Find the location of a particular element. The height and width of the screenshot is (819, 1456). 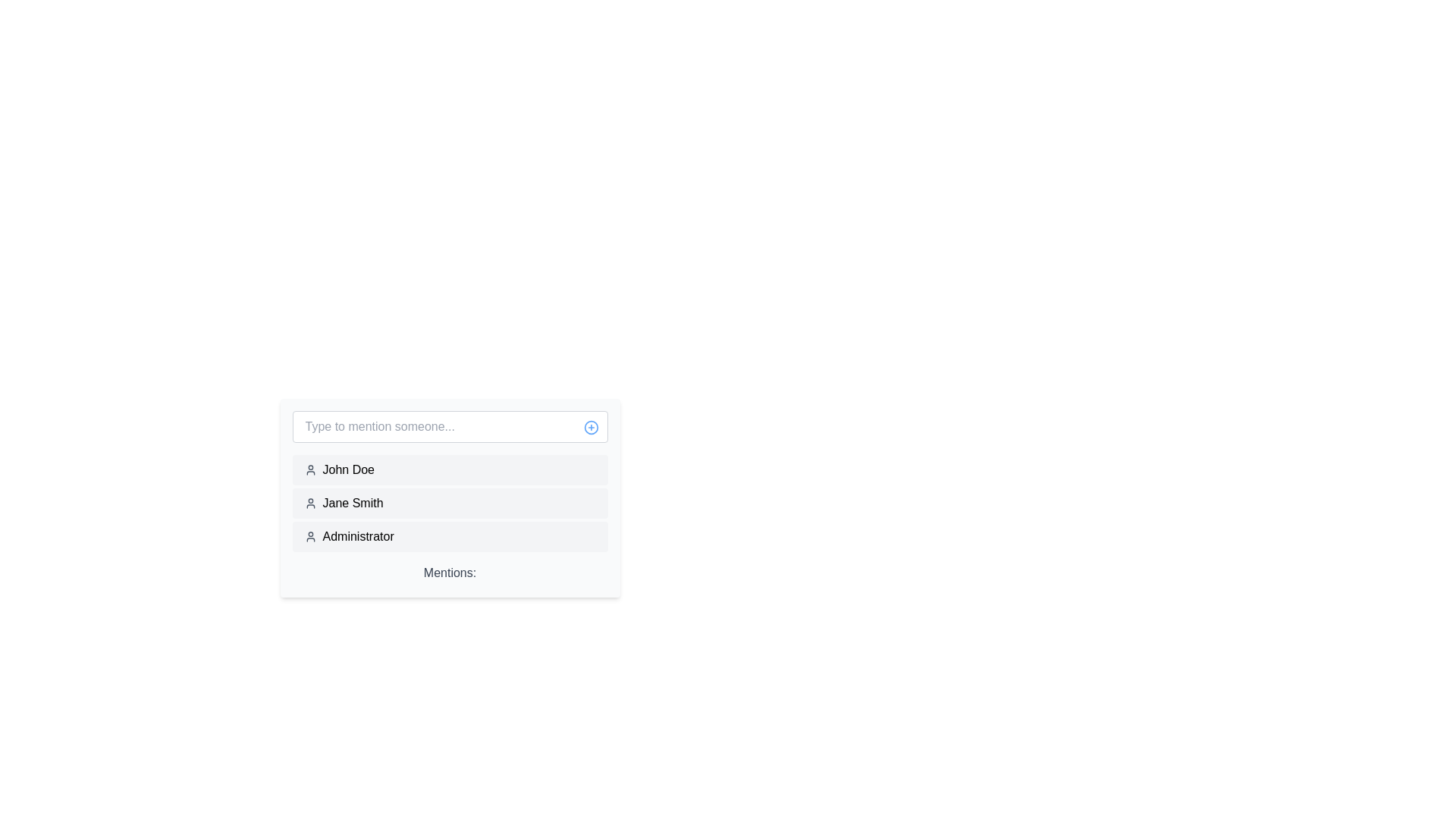

the second row of the selectable menu is located at coordinates (449, 503).